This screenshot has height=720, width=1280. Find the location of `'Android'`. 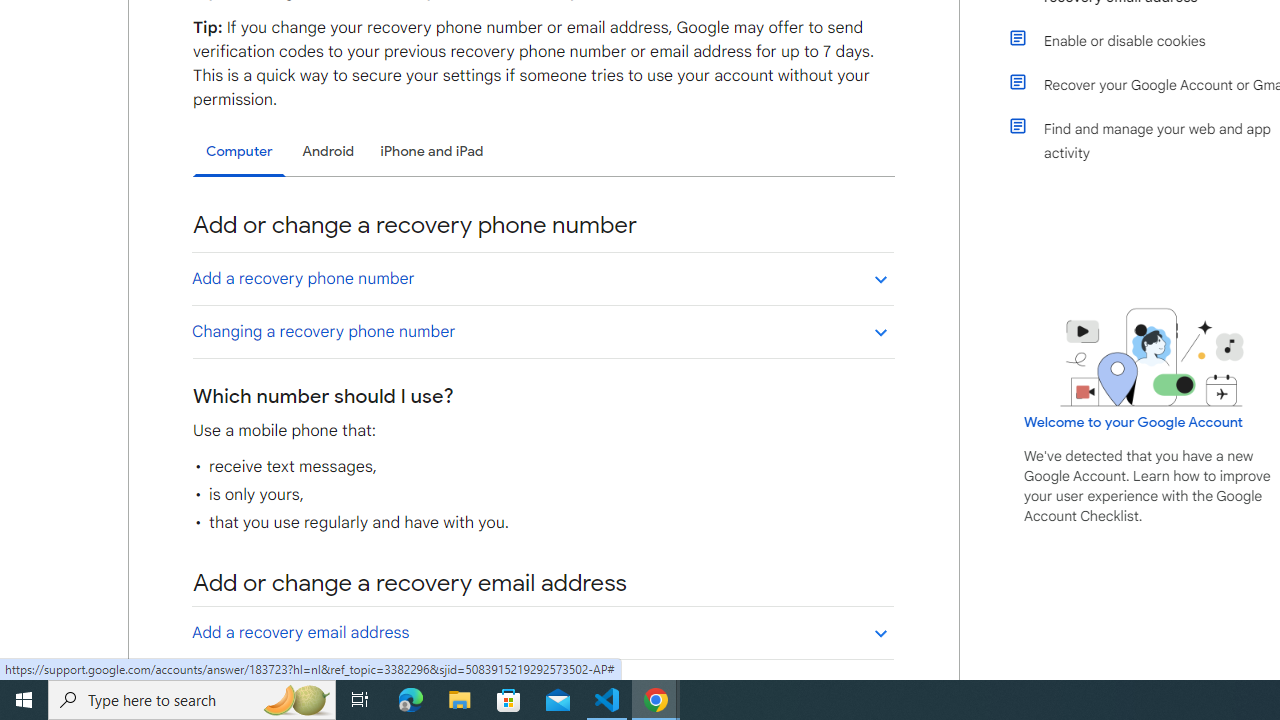

'Android' is located at coordinates (328, 150).